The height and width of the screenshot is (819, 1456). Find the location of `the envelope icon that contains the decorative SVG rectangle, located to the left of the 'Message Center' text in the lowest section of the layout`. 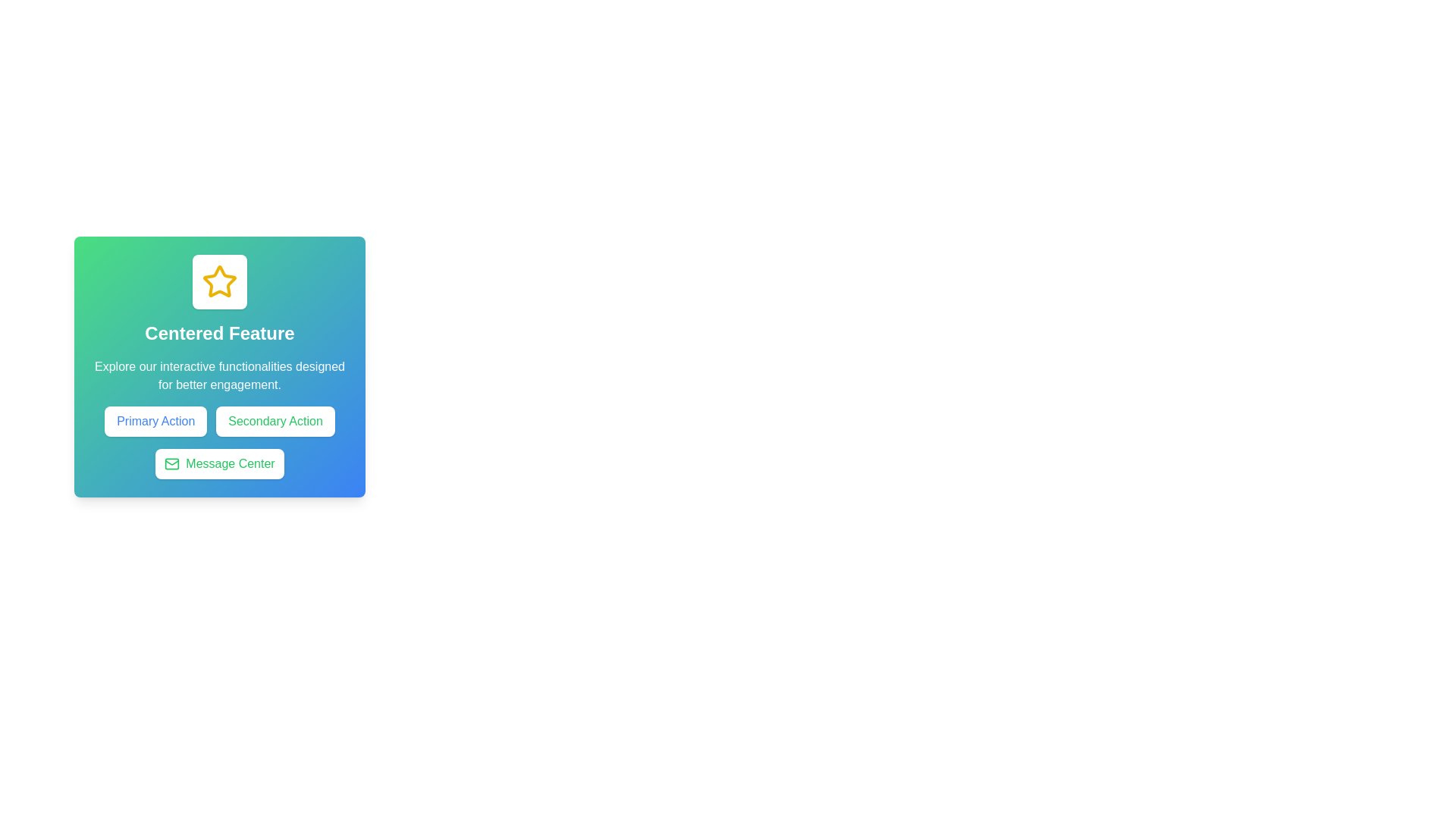

the envelope icon that contains the decorative SVG rectangle, located to the left of the 'Message Center' text in the lowest section of the layout is located at coordinates (172, 463).